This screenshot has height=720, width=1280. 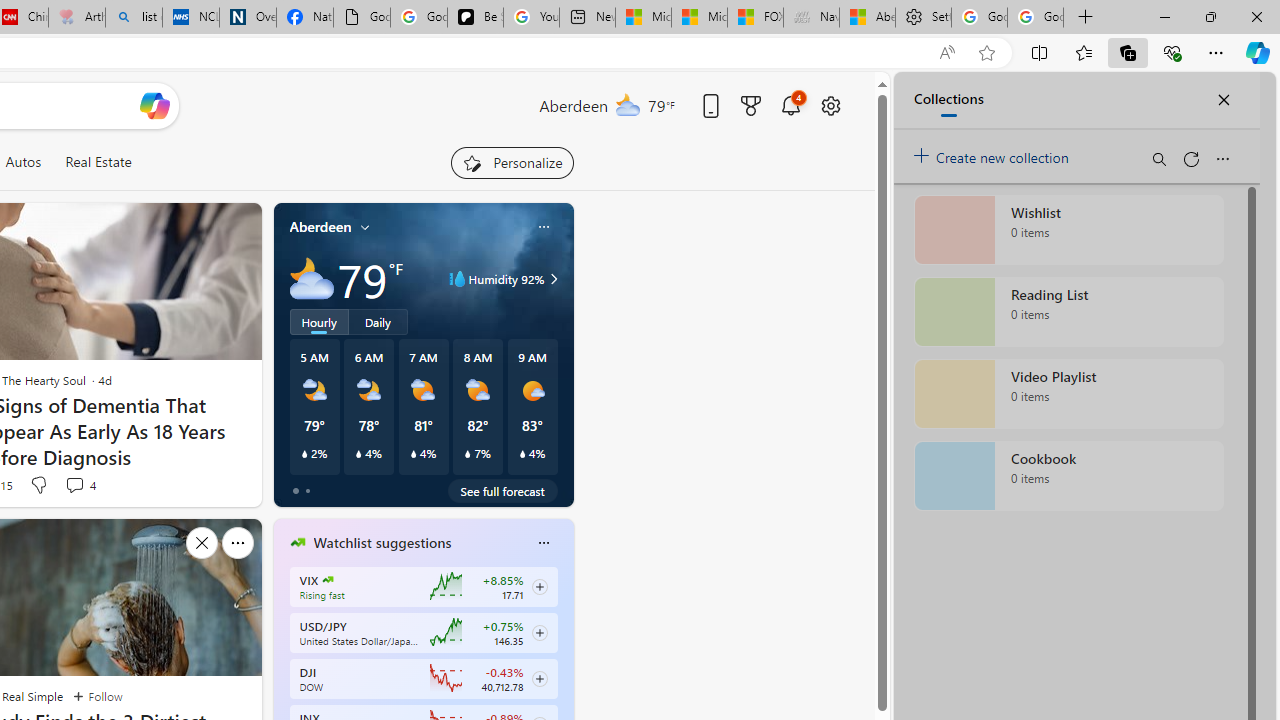 What do you see at coordinates (294, 491) in the screenshot?
I see `'tab-0'` at bounding box center [294, 491].